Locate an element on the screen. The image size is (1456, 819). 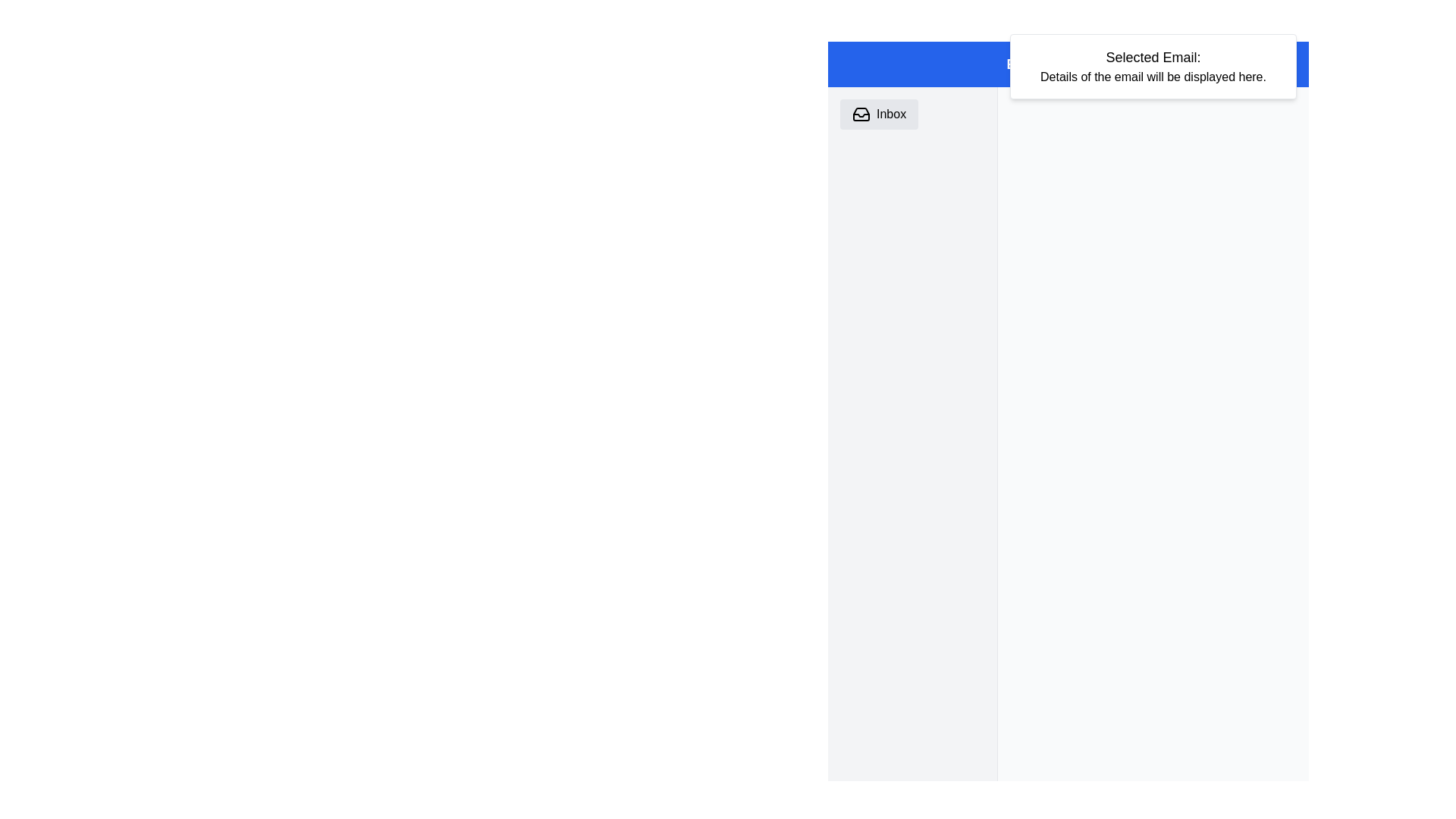
the stylized mailbox icon located to the left of the 'Inbox' label in the sidebar is located at coordinates (861, 113).